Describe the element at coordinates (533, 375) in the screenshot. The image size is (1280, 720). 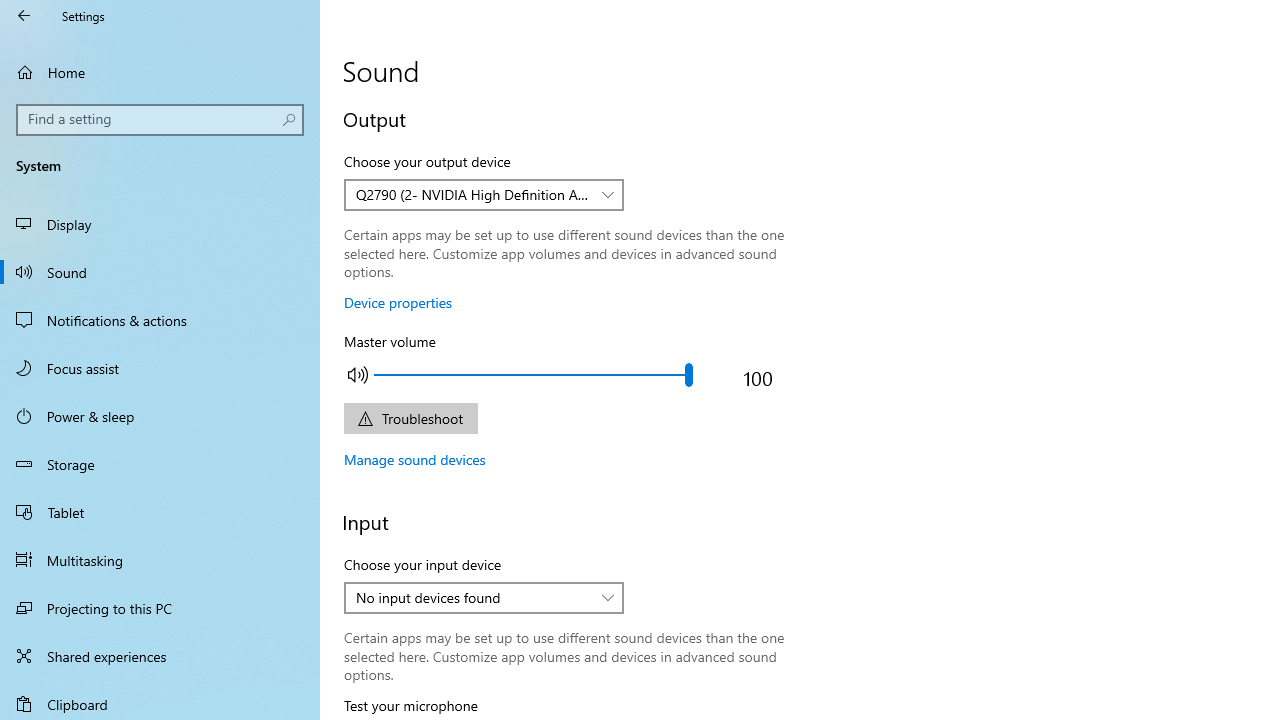
I see `'Adjust the master output volume'` at that location.